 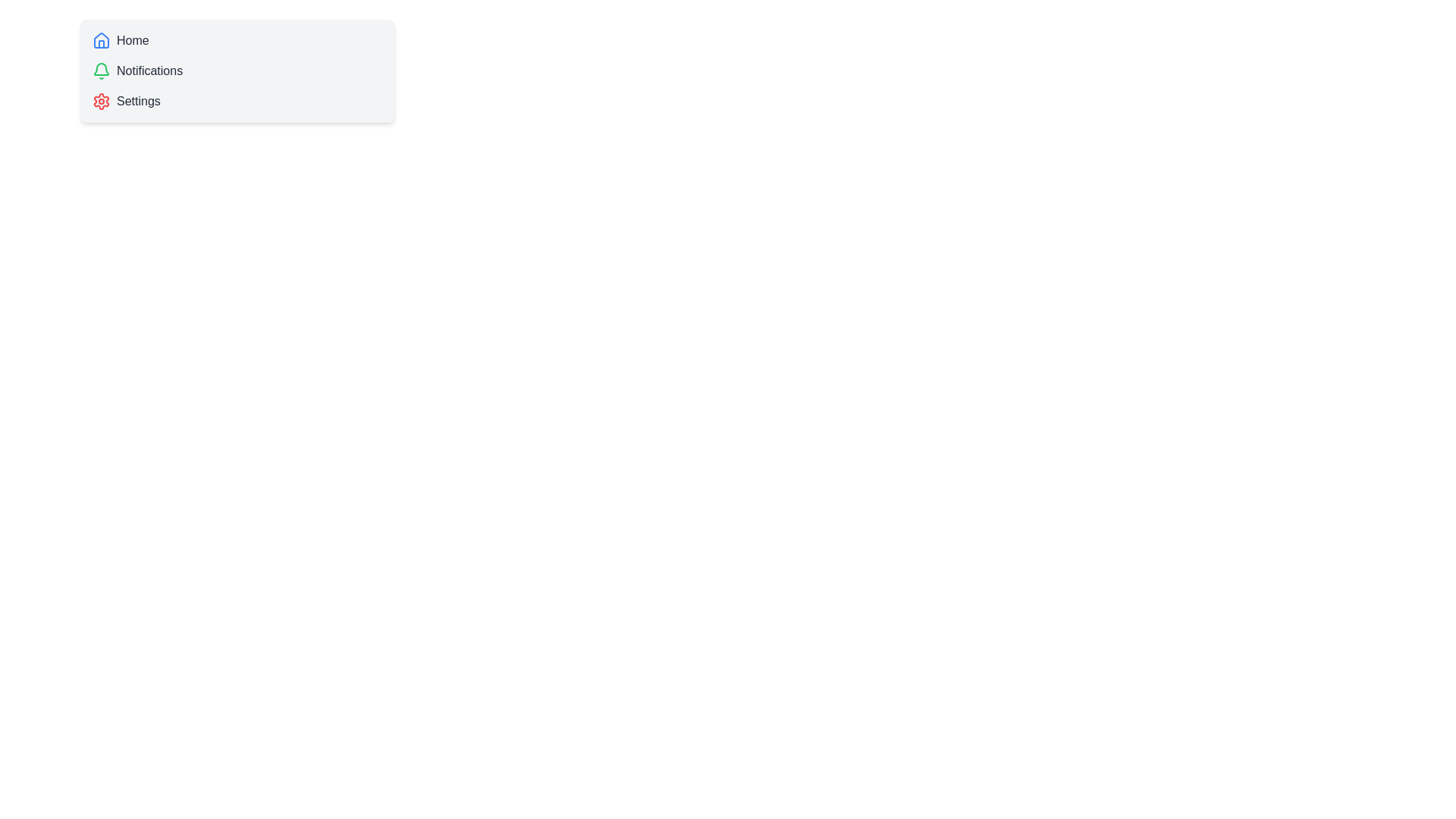 I want to click on the blue house icon representing 'Home', which is the leftmost element in the horizontal layout of the menu, so click(x=101, y=40).